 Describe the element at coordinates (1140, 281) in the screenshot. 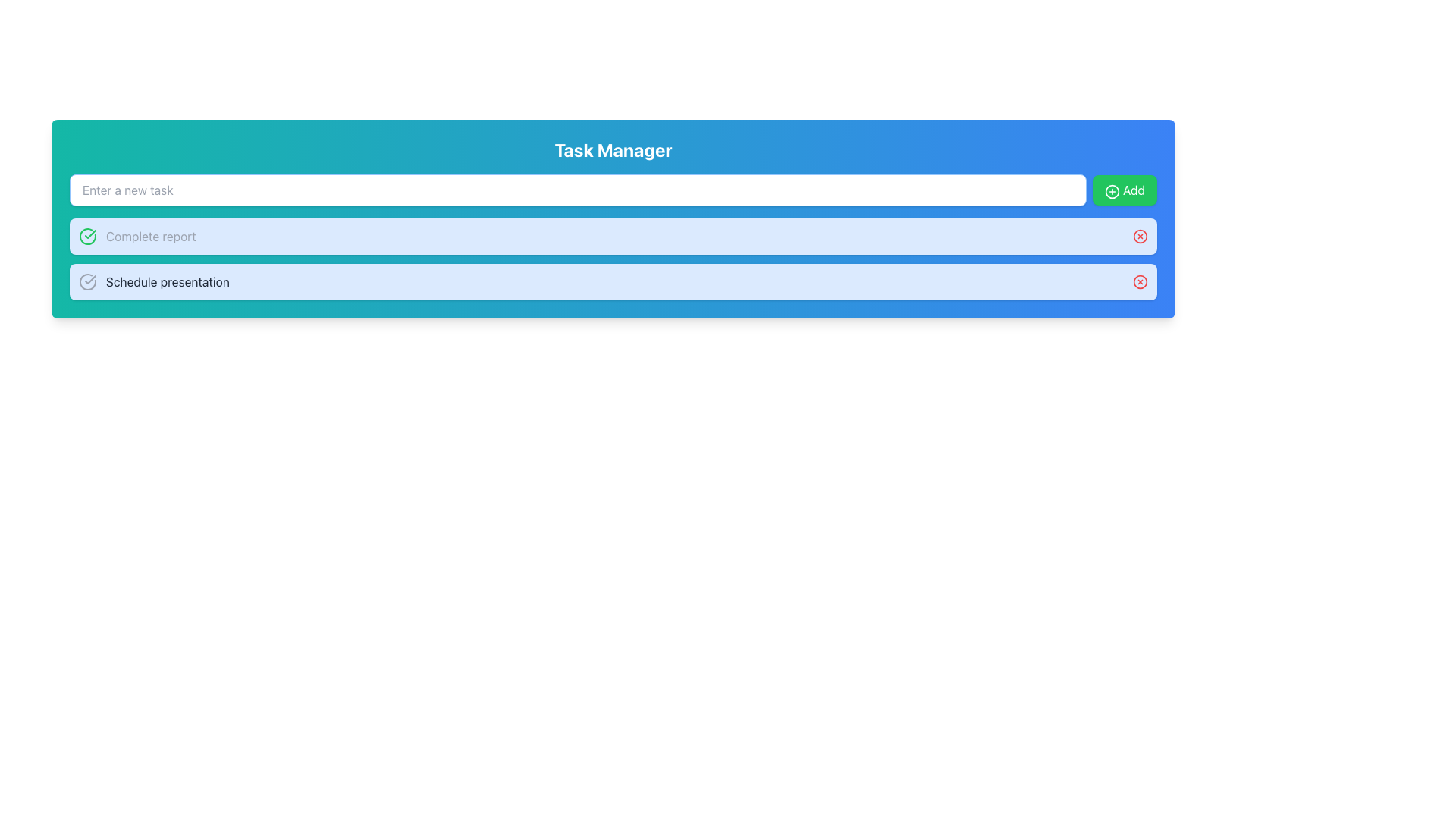

I see `the central circular icon styled with a stroke and no fill, located at the right end of the second row in the list layout` at that location.